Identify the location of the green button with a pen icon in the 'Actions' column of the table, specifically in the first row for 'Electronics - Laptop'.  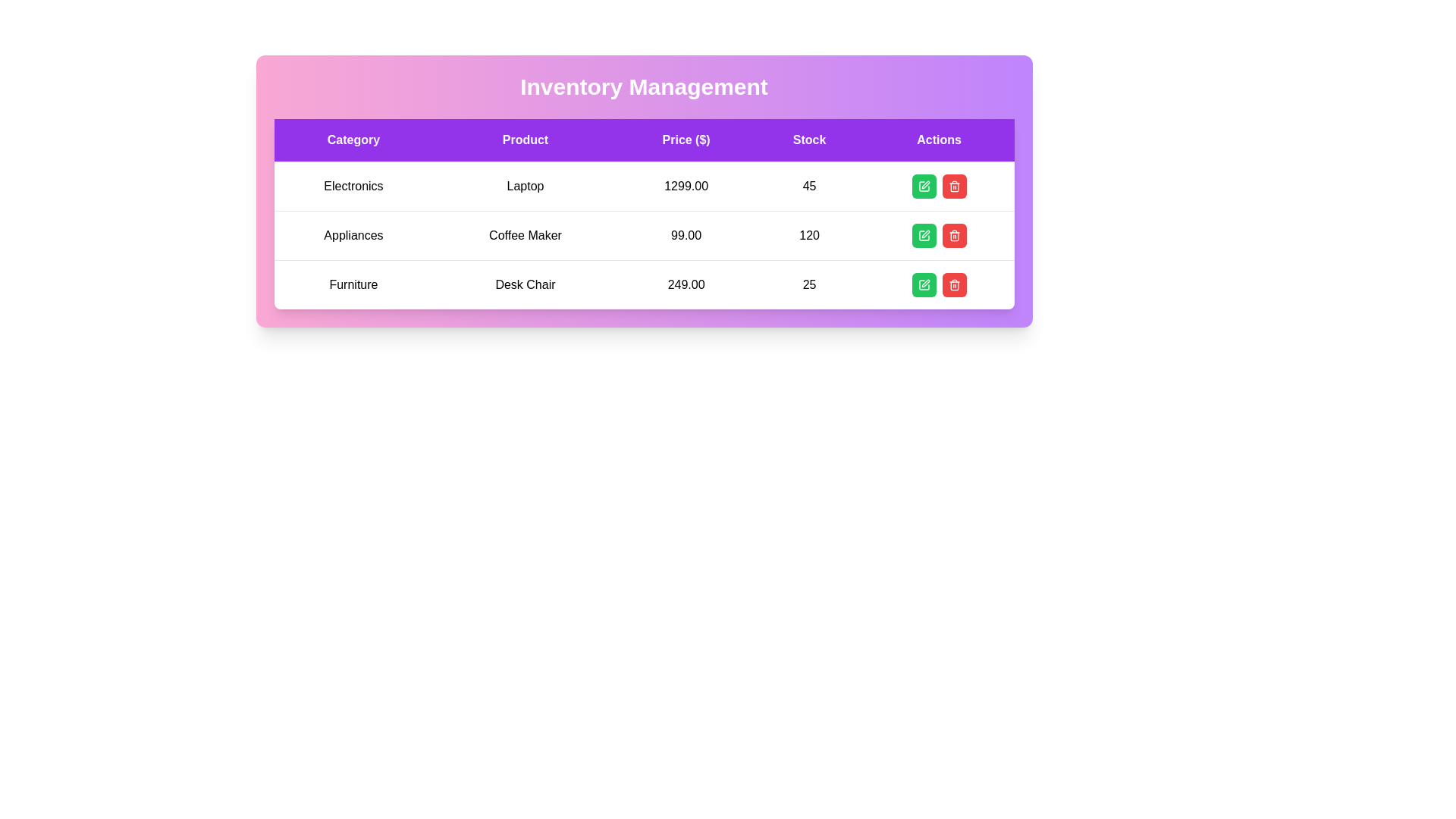
(923, 186).